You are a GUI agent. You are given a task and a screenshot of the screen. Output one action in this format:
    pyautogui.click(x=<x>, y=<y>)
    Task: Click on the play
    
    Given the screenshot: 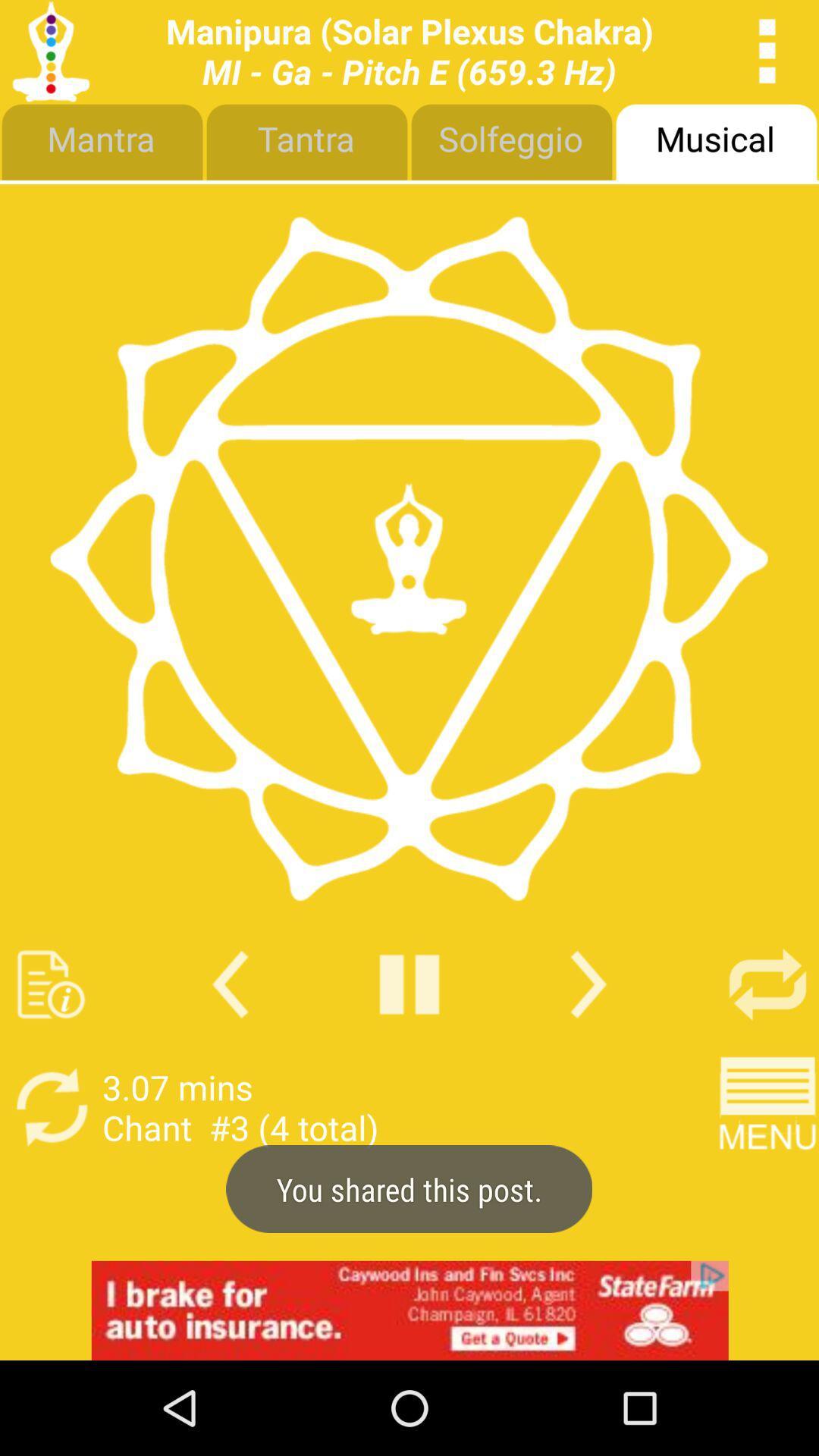 What is the action you would take?
    pyautogui.click(x=409, y=984)
    